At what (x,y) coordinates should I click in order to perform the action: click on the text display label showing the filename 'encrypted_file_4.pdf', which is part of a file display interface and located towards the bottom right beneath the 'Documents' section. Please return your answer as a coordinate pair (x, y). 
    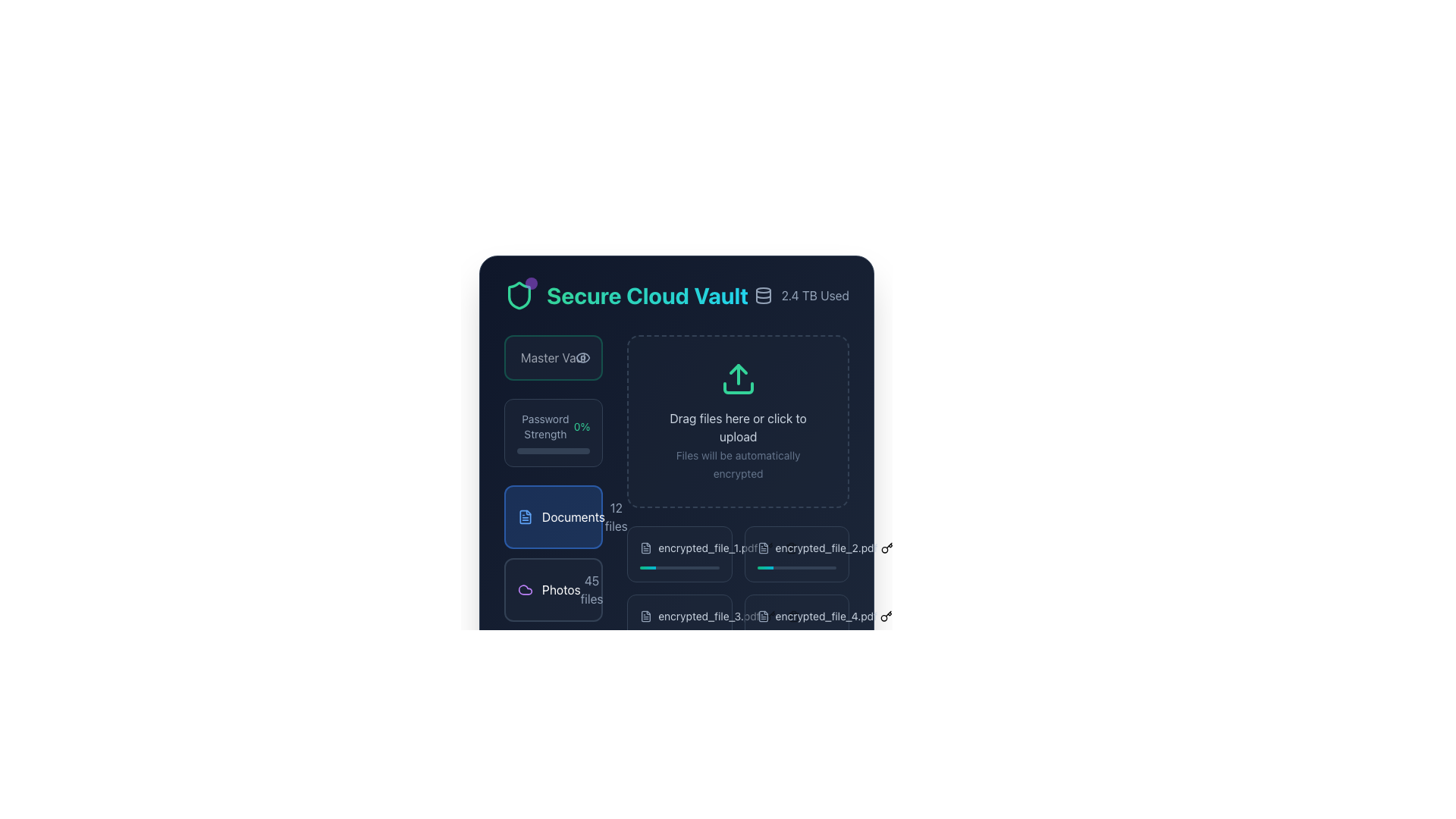
    Looking at the image, I should click on (825, 617).